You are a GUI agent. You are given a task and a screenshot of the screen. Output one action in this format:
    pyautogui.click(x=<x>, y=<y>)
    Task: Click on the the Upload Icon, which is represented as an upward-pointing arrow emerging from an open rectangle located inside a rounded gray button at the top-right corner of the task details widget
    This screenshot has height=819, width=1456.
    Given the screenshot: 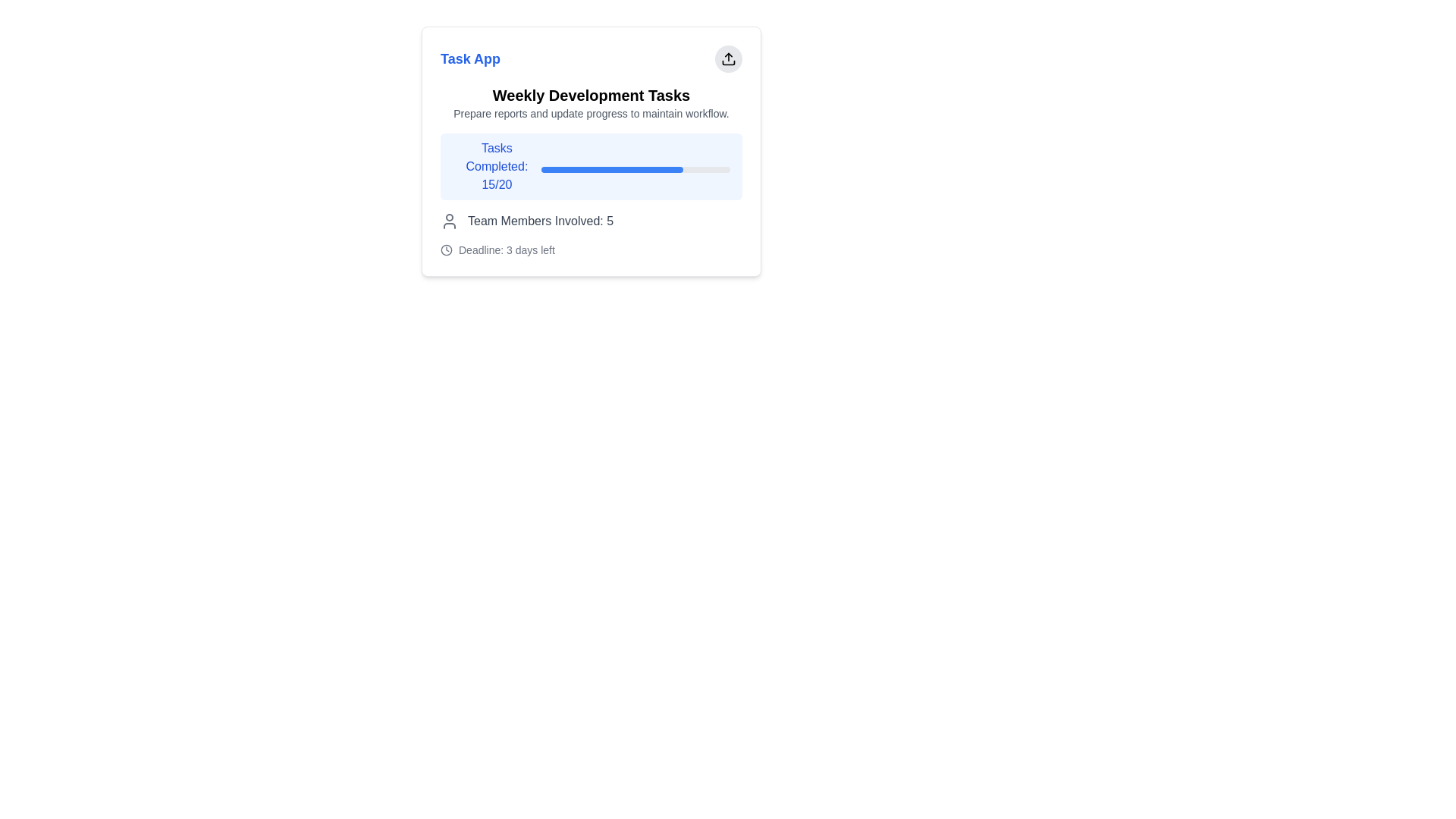 What is the action you would take?
    pyautogui.click(x=728, y=58)
    